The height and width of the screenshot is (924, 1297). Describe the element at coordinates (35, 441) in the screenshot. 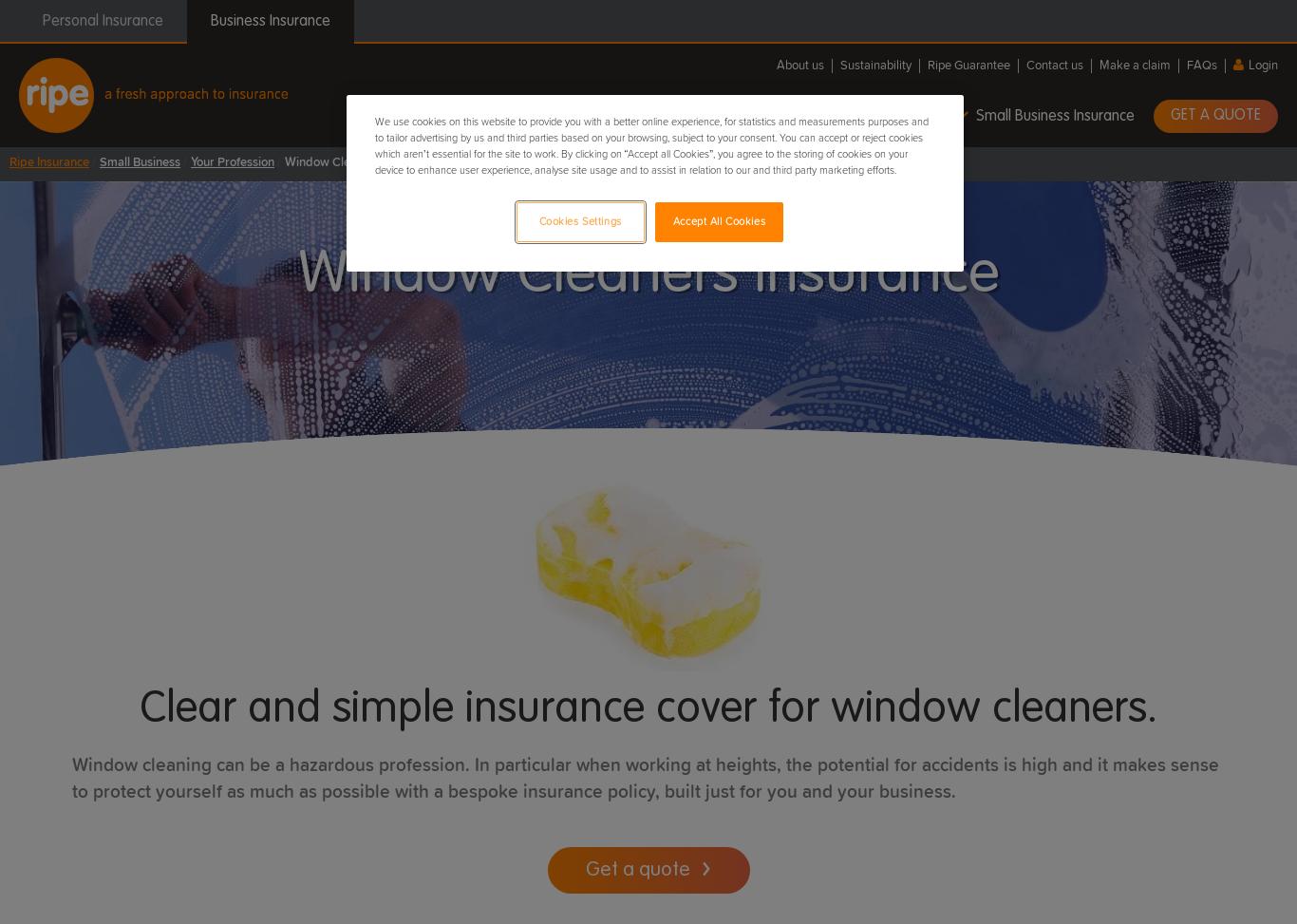

I see `'Nail Technician Insurance'` at that location.